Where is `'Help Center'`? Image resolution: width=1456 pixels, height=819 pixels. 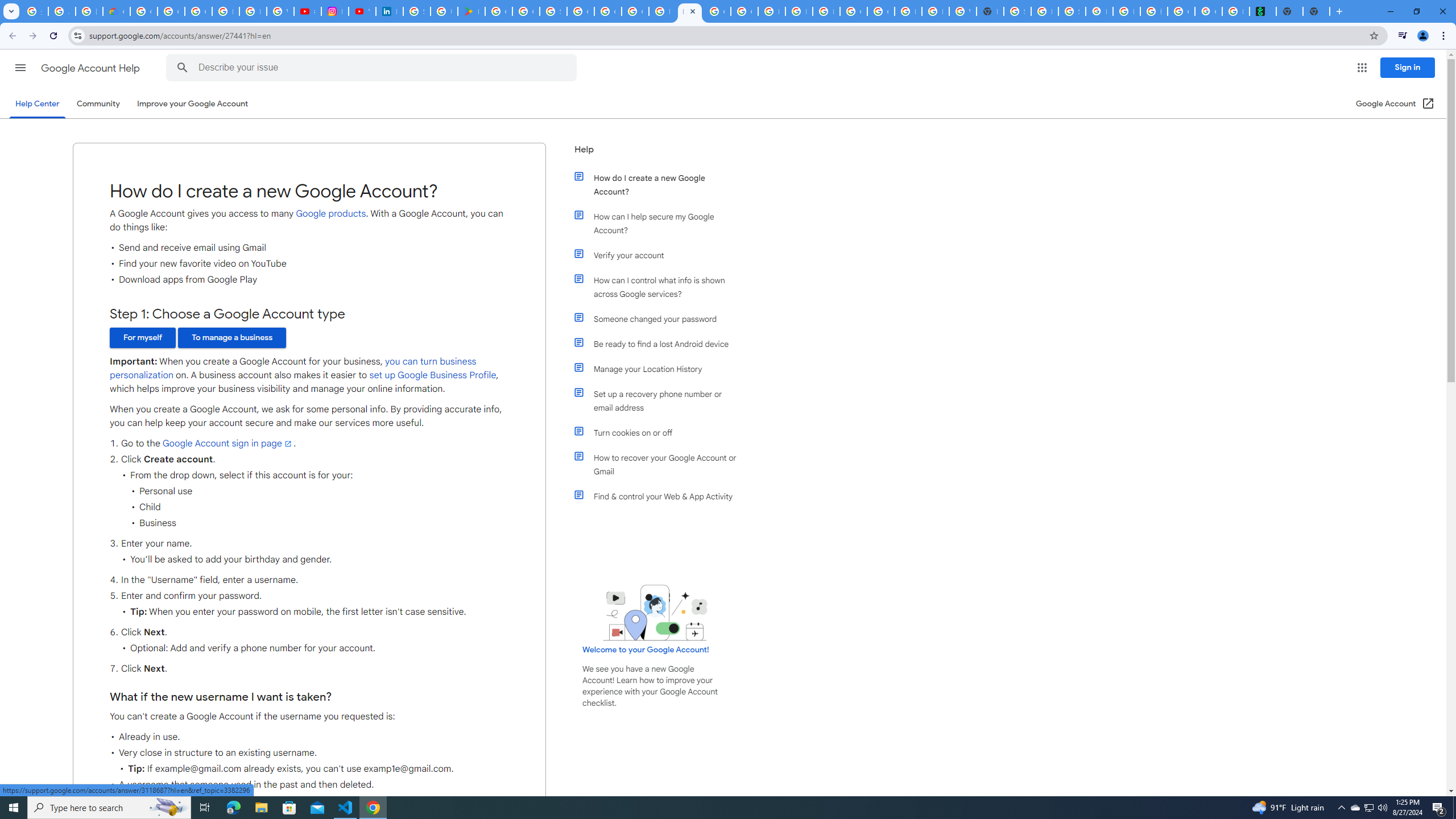
'Help Center' is located at coordinates (37, 103).